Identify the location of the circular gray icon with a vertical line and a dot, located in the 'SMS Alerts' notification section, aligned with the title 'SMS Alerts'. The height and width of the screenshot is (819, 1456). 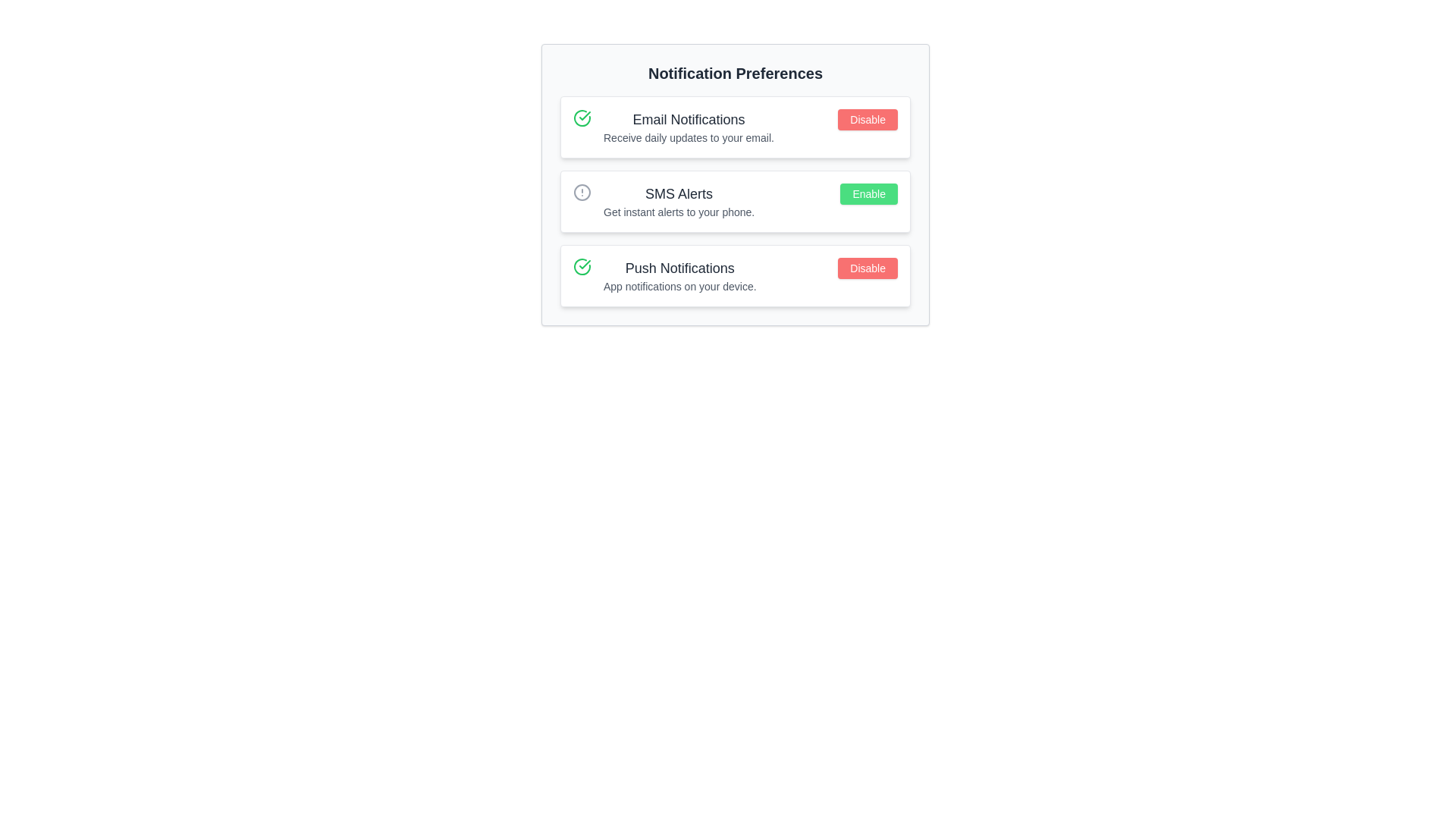
(582, 192).